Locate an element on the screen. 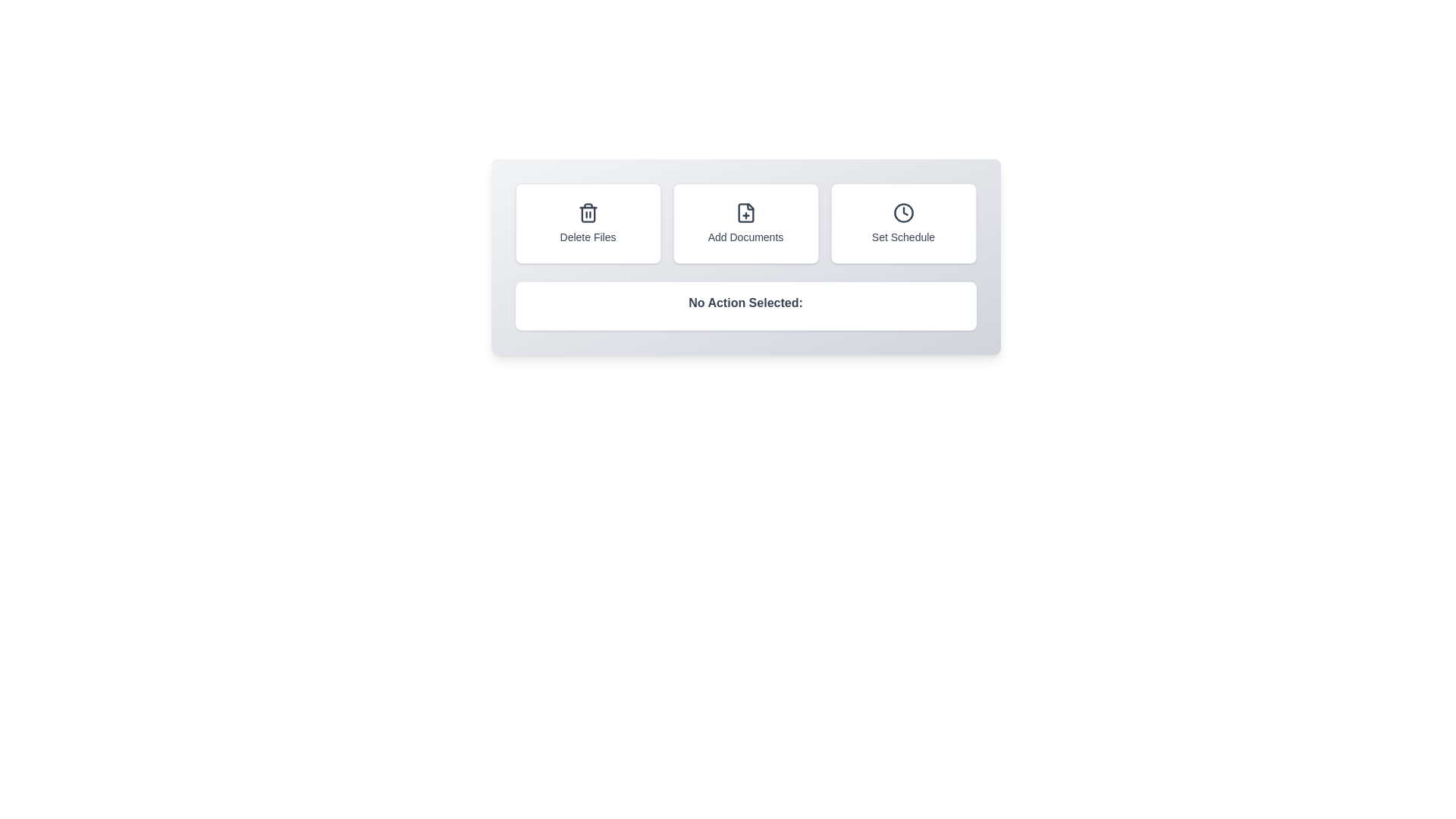  the 'Add Documents' button, which is a rectangular button with a white background and a document icon with a plus symbol, located at the center of a grid layout is located at coordinates (745, 223).